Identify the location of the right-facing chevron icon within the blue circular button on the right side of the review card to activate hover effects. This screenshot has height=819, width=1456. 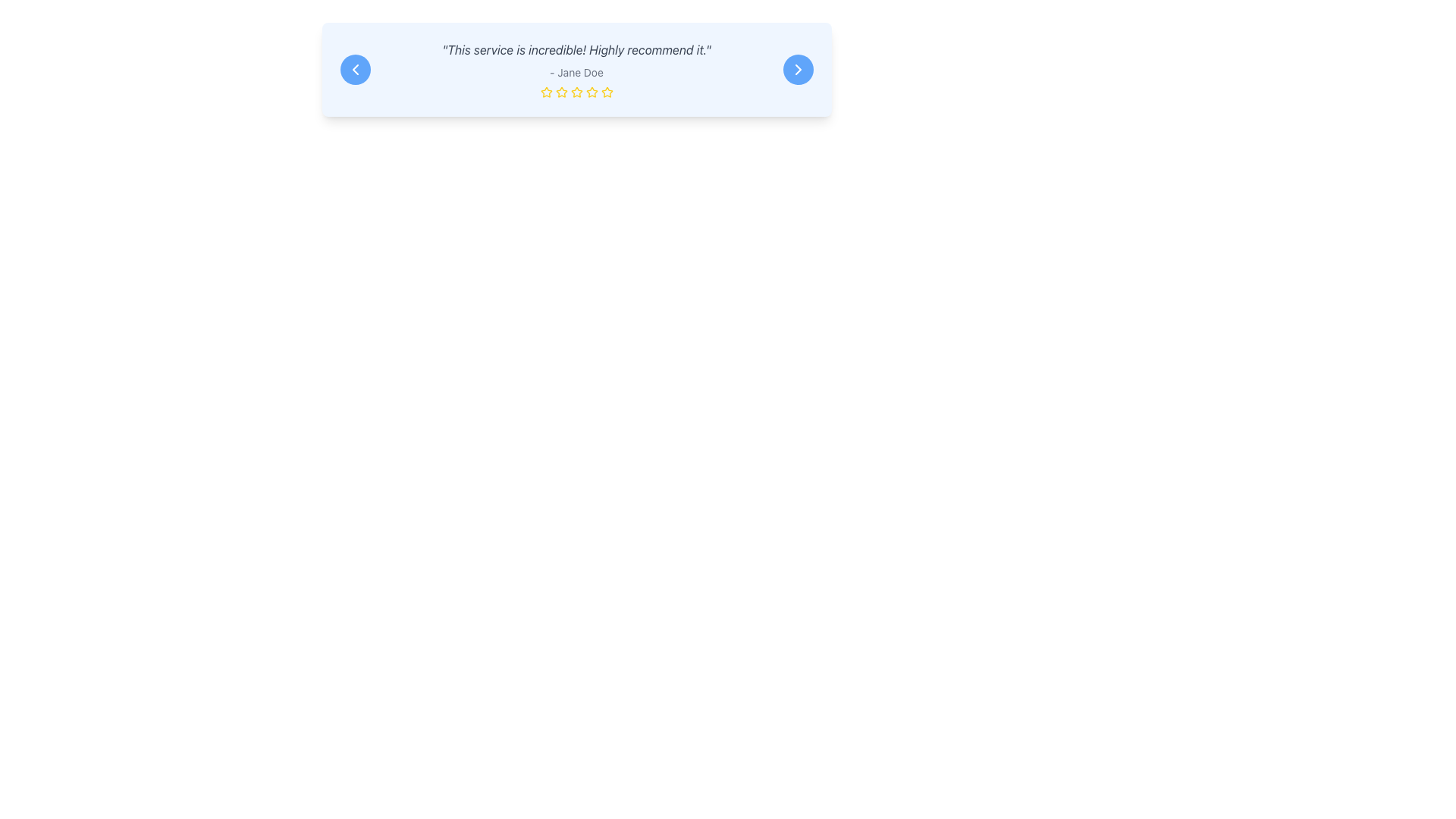
(797, 70).